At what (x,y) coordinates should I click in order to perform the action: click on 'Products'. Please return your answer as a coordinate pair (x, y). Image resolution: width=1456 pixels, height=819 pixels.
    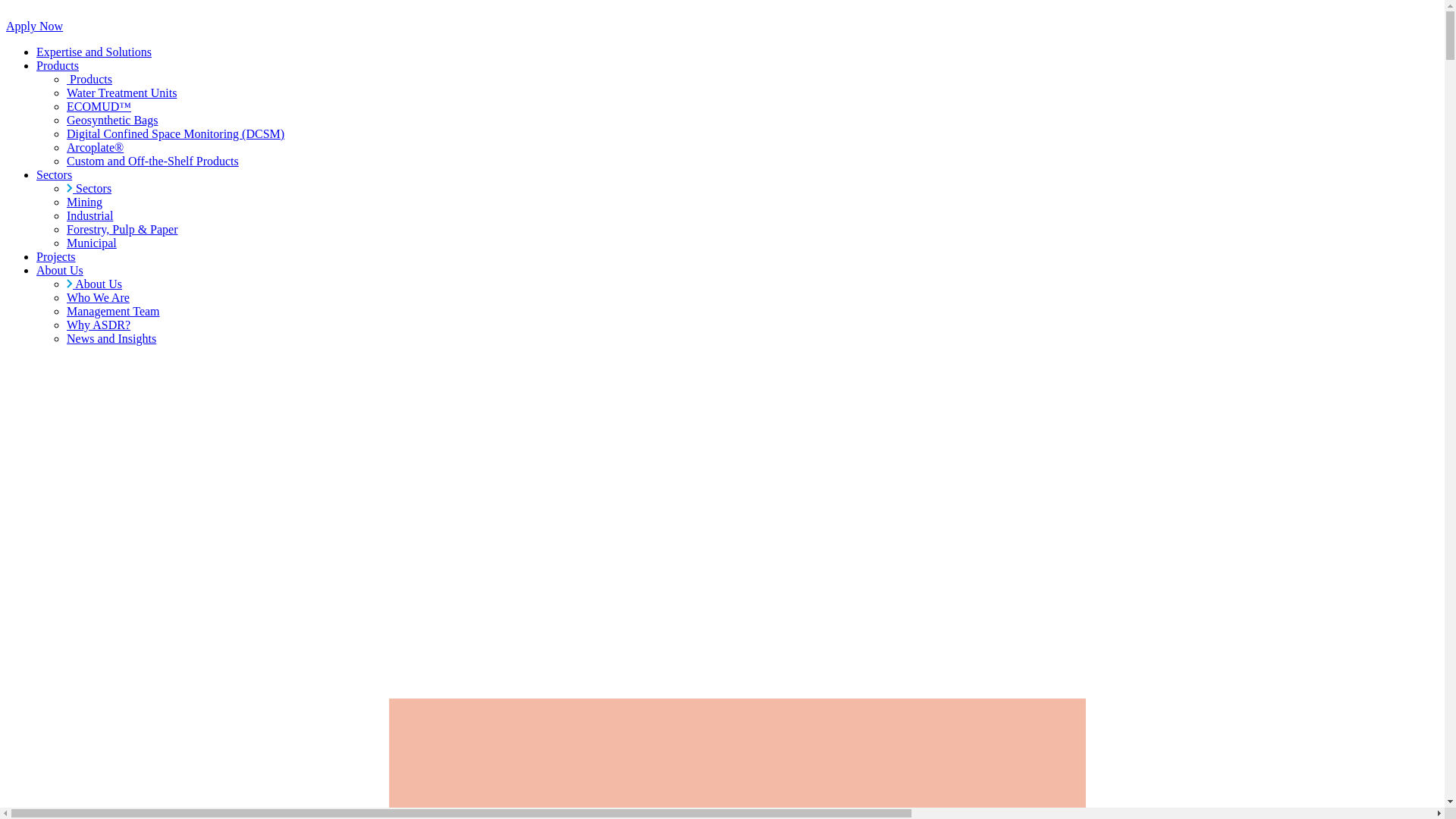
    Looking at the image, I should click on (58, 64).